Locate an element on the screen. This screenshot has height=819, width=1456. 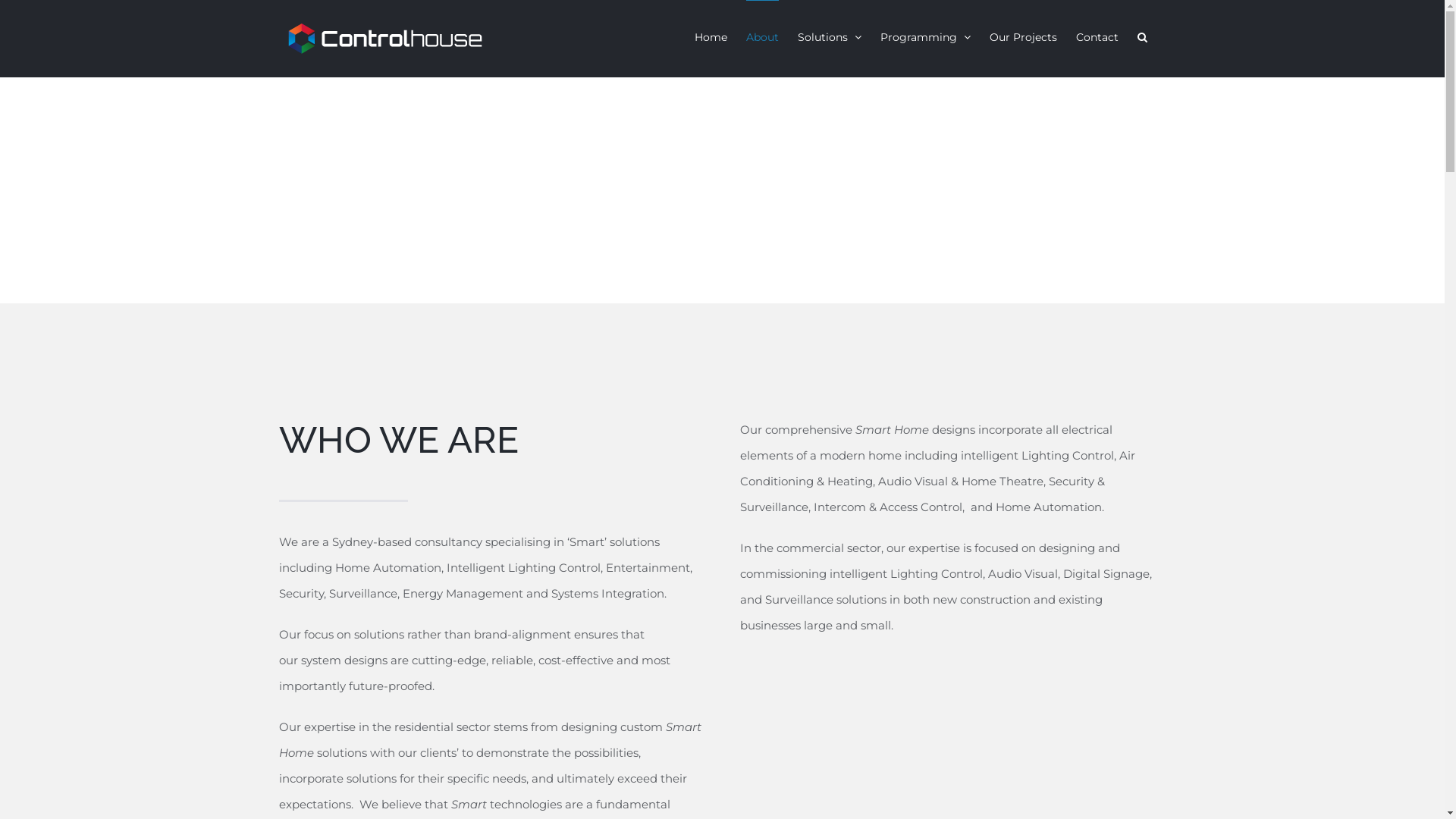
'About' is located at coordinates (762, 35).